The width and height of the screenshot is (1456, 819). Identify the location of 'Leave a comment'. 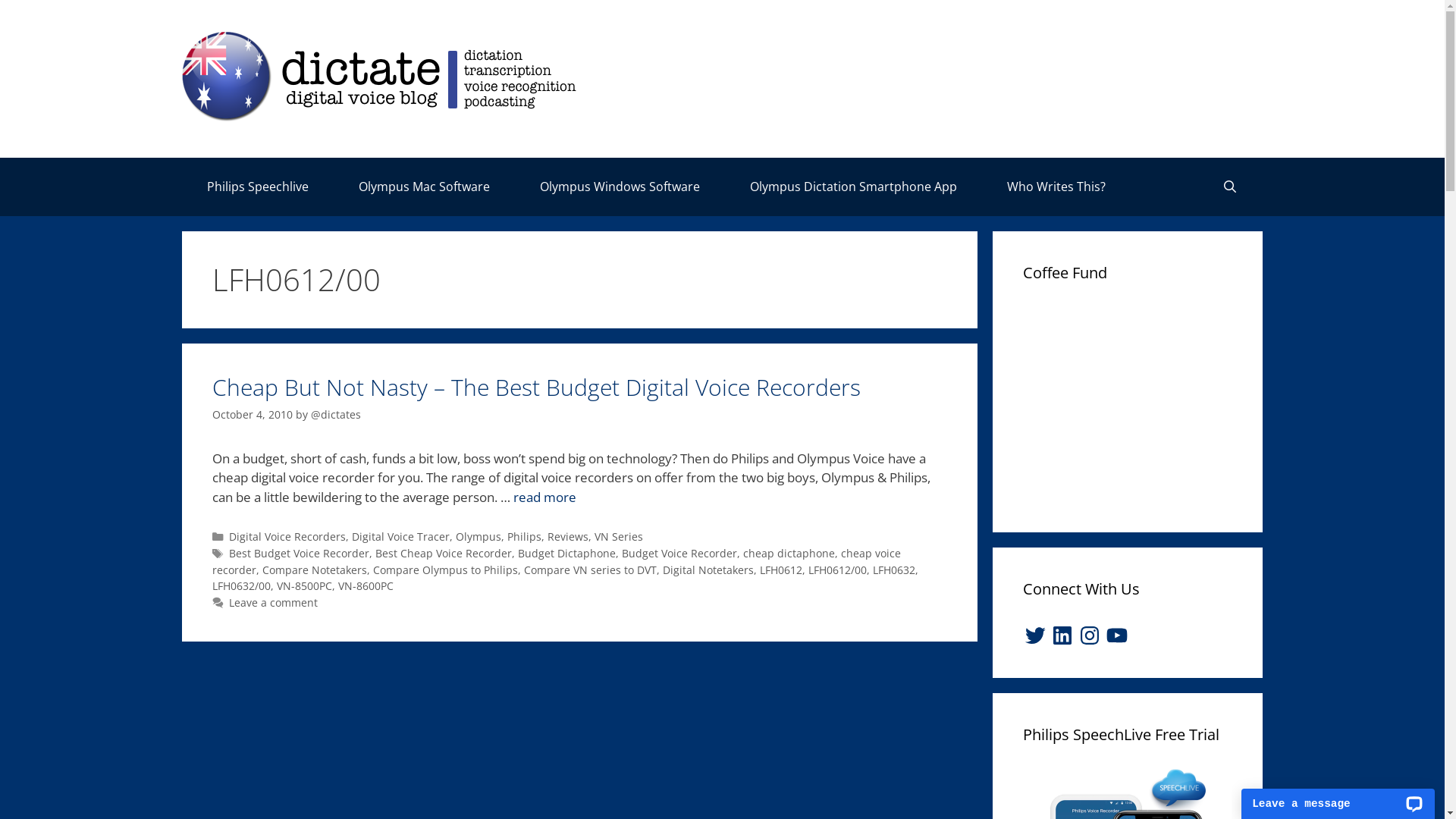
(228, 601).